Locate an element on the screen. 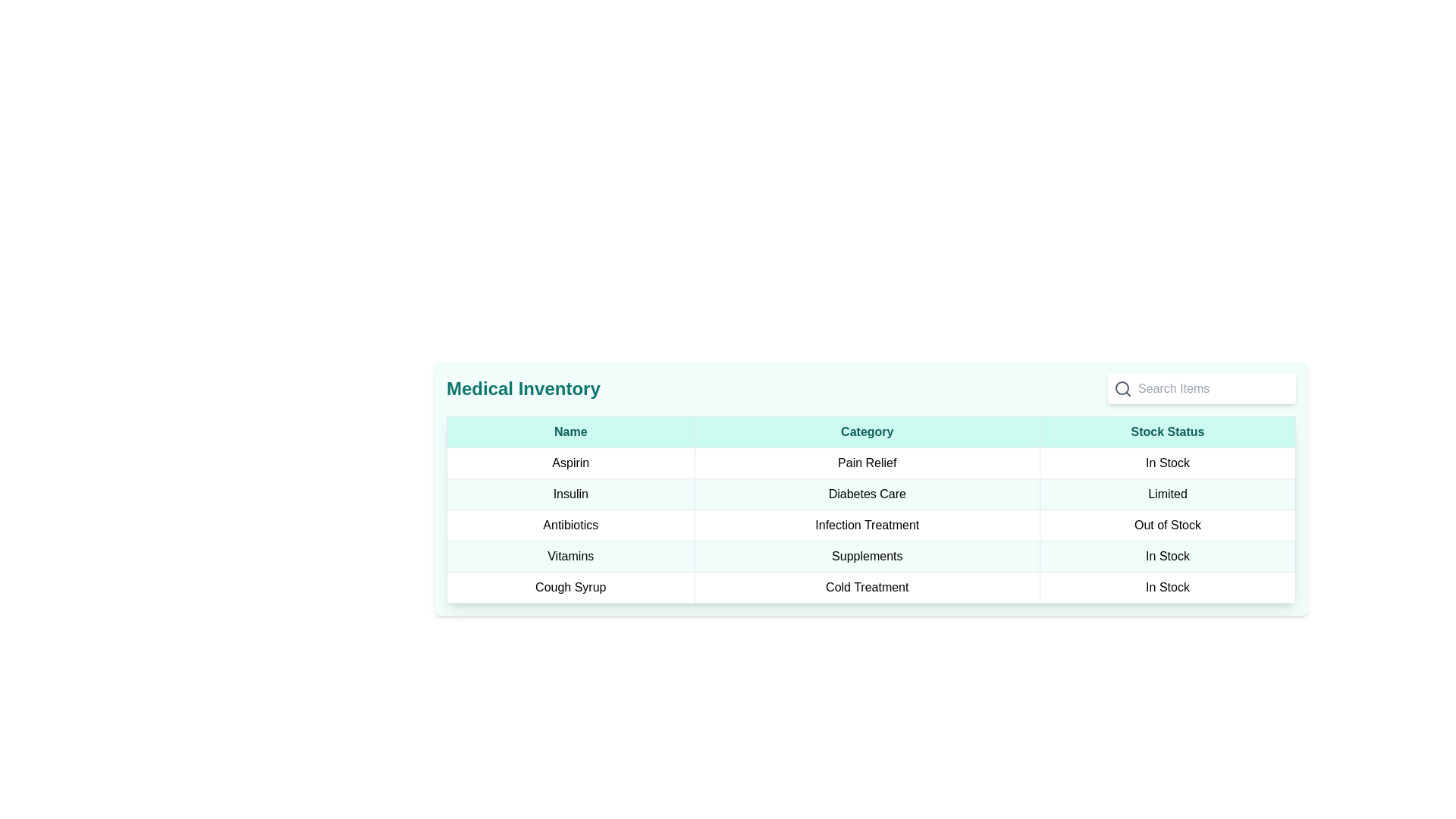 Image resolution: width=1456 pixels, height=819 pixels. the third row of the inventory table, which represents 'Antibiotics' and indicates 'Out of Stock' is located at coordinates (871, 525).